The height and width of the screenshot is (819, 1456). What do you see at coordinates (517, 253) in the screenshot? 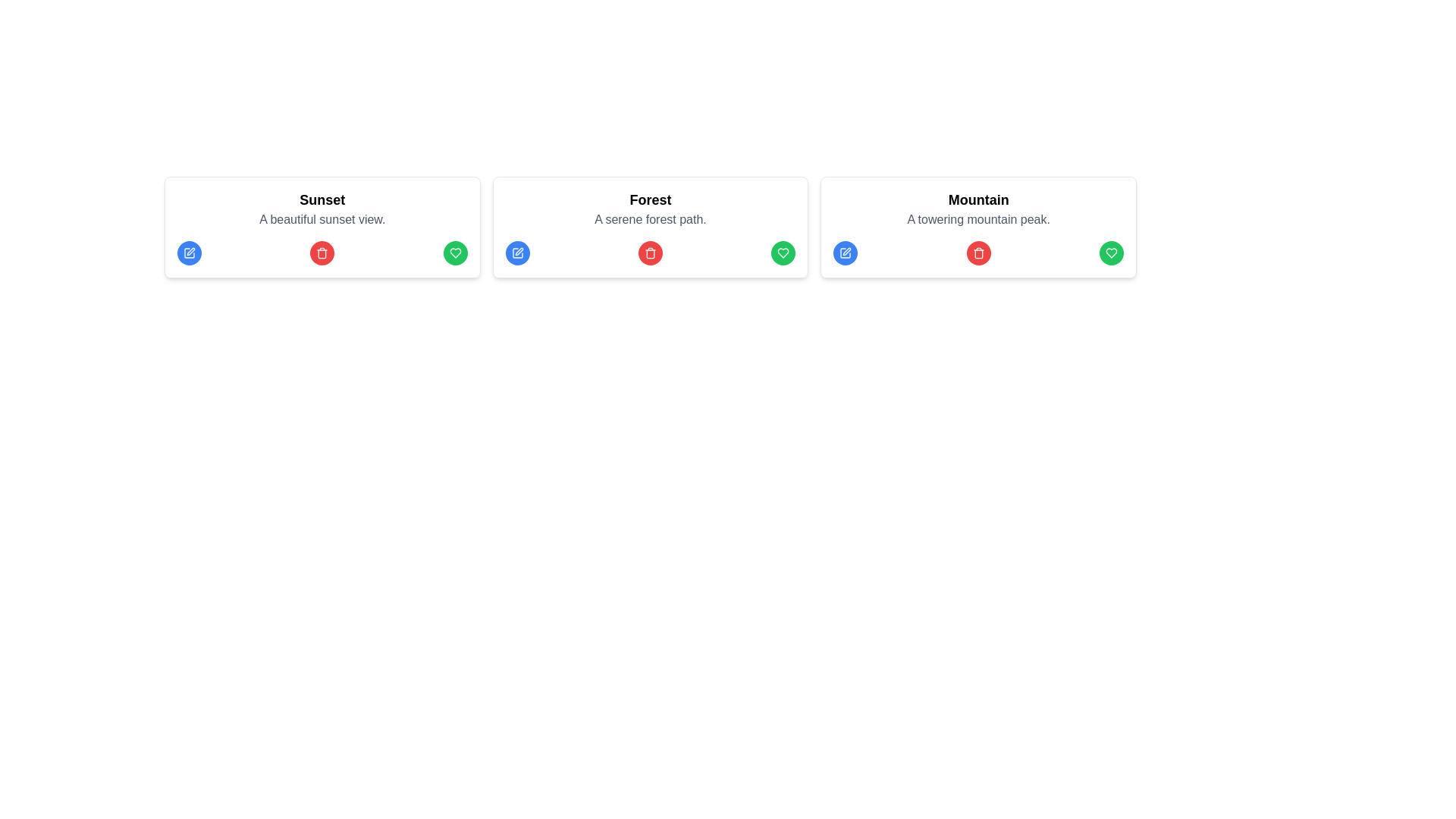
I see `the edit icon button resembling a pen within a blue circular button, located to the left of the 'Forest' card` at bounding box center [517, 253].